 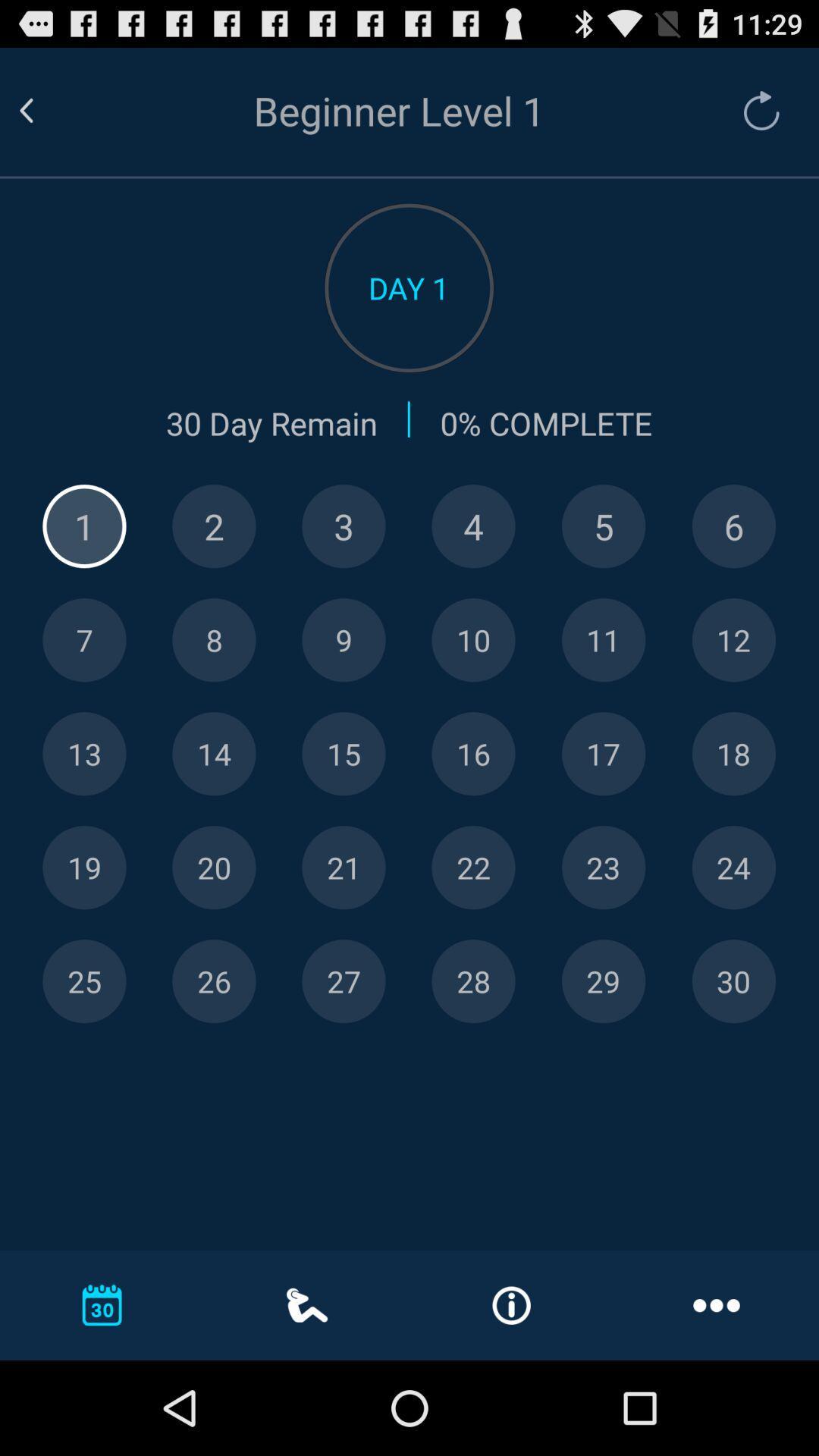 I want to click on choose a day, so click(x=733, y=640).